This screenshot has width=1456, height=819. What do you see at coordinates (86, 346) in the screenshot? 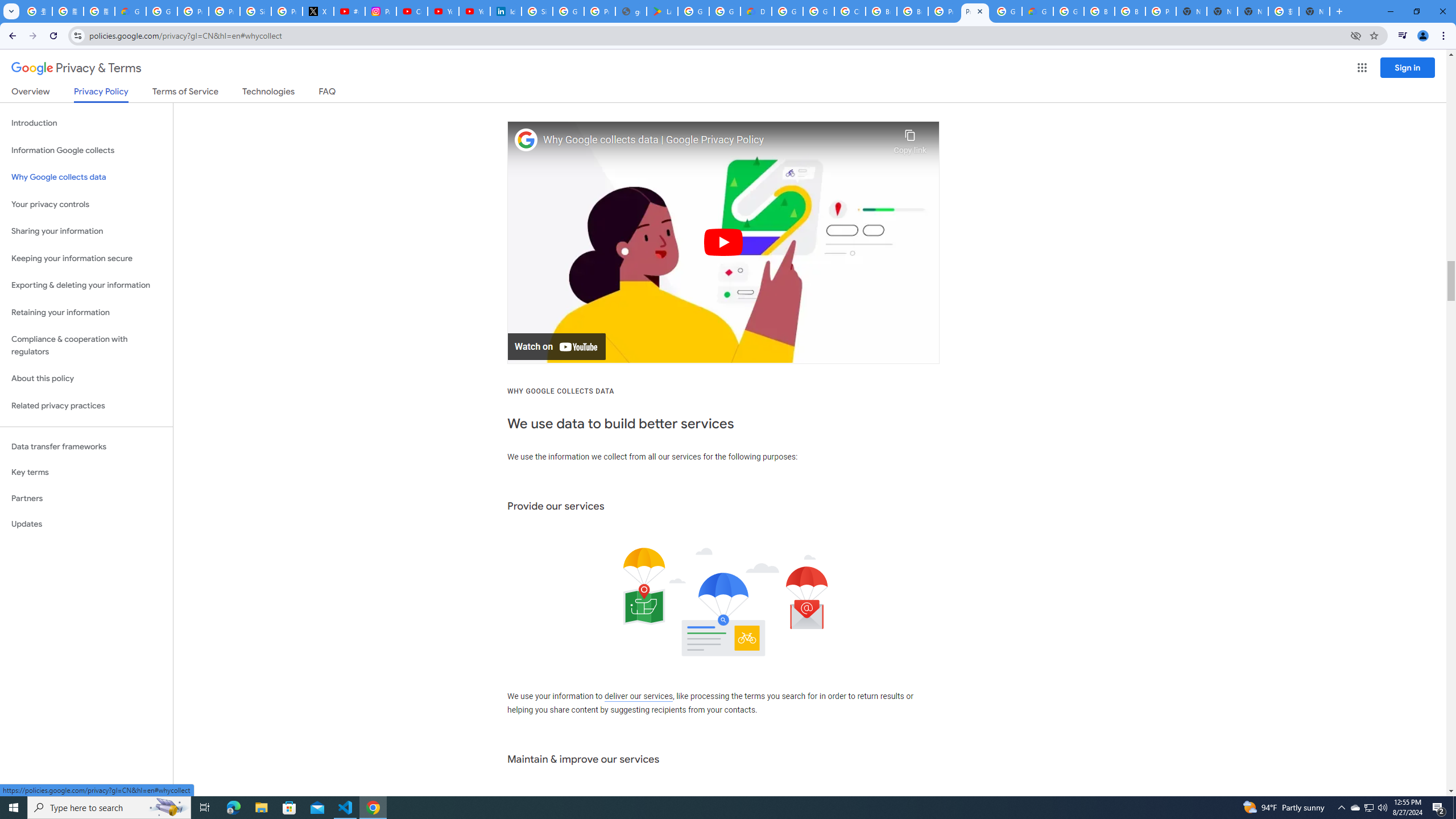
I see `'Compliance & cooperation with regulators'` at bounding box center [86, 346].